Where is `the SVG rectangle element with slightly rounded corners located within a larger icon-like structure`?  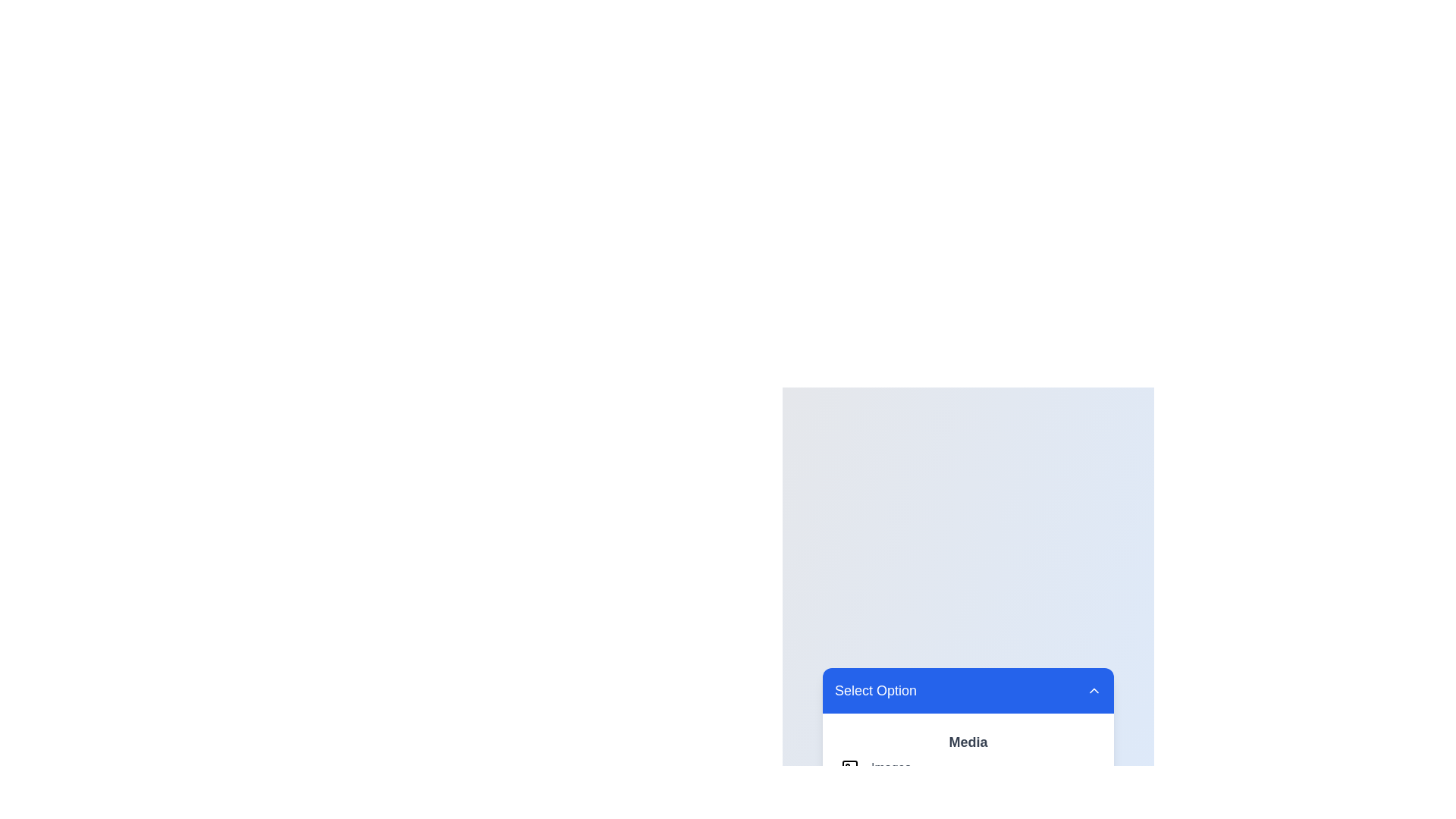
the SVG rectangle element with slightly rounded corners located within a larger icon-like structure is located at coordinates (850, 767).